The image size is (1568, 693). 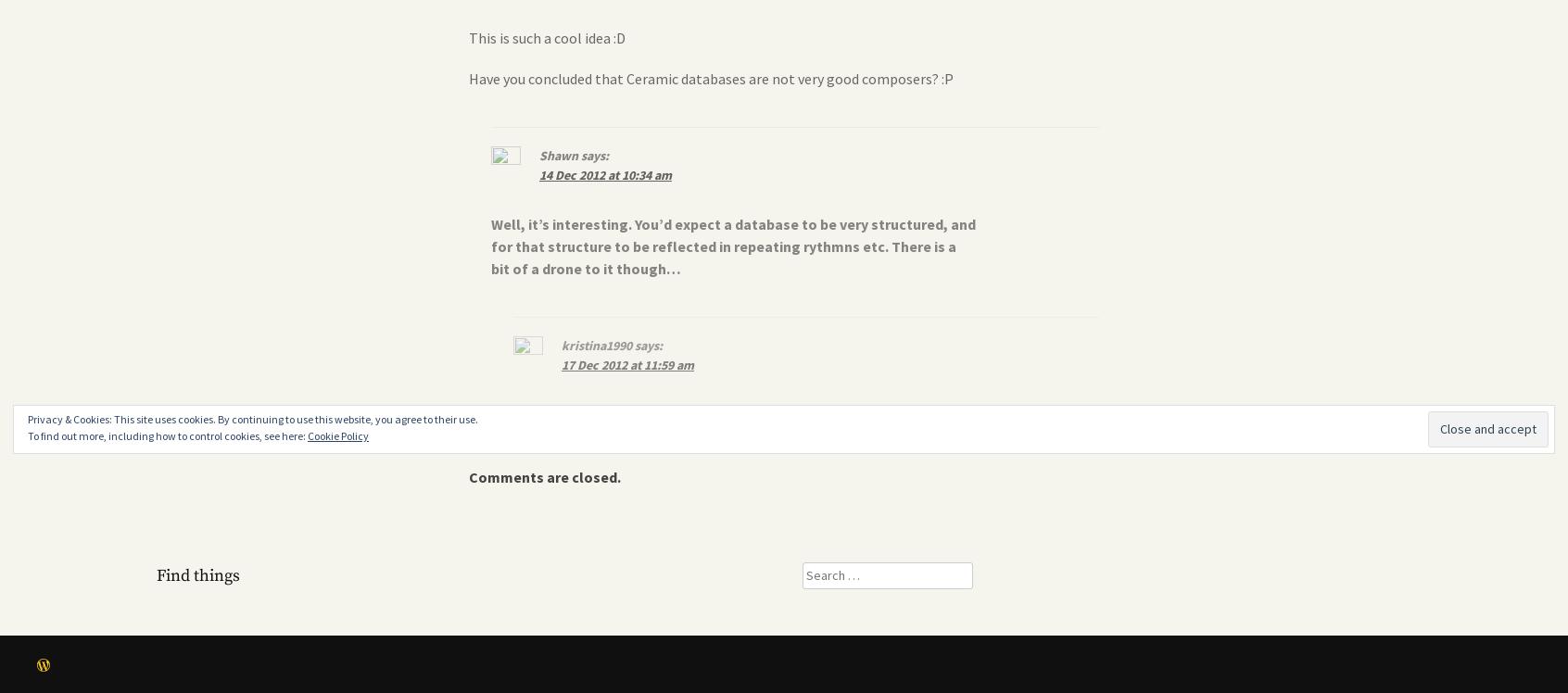 What do you see at coordinates (198, 574) in the screenshot?
I see `'Find things'` at bounding box center [198, 574].